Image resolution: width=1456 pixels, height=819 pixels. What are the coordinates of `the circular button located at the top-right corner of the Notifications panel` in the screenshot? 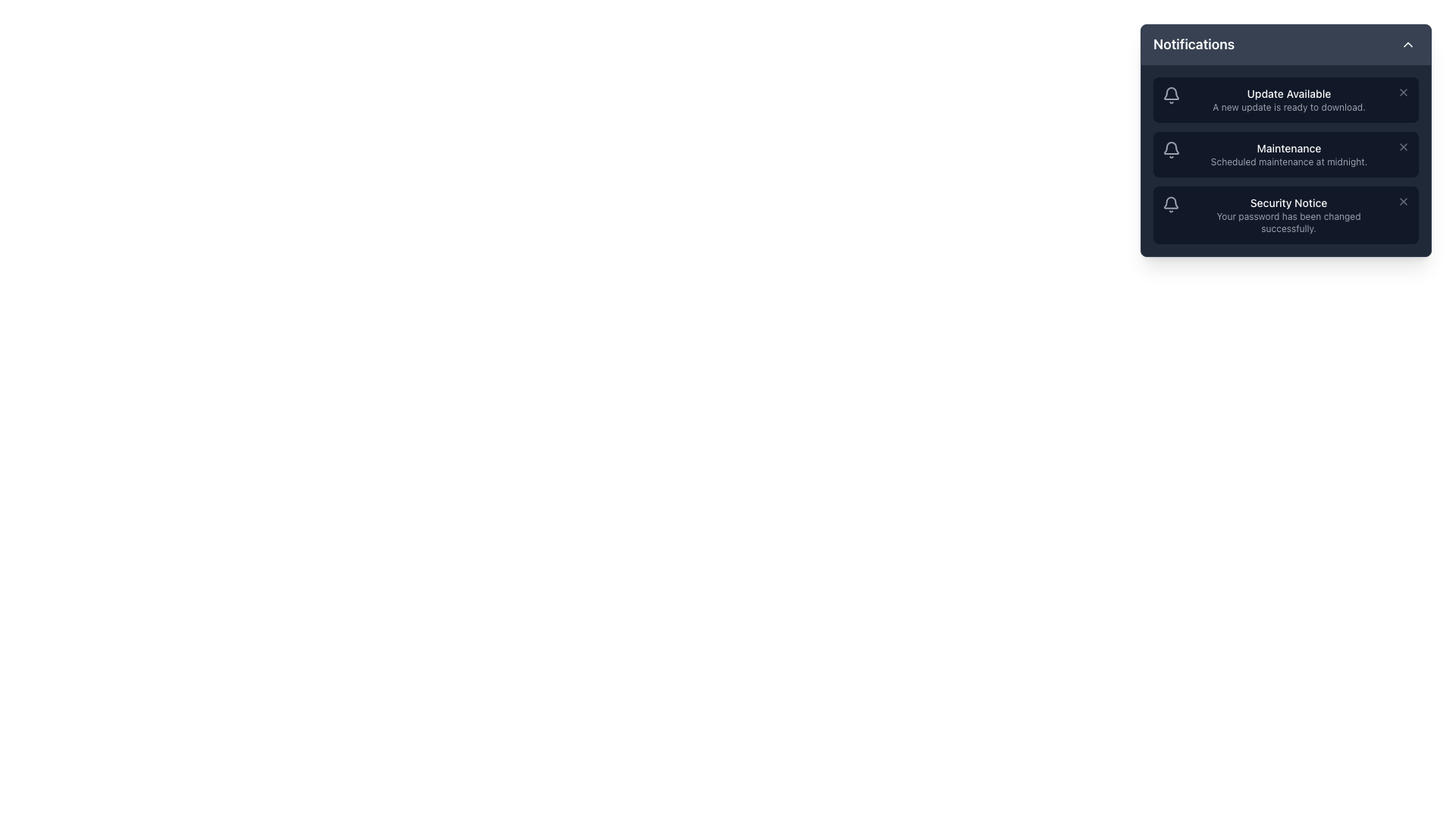 It's located at (1407, 43).